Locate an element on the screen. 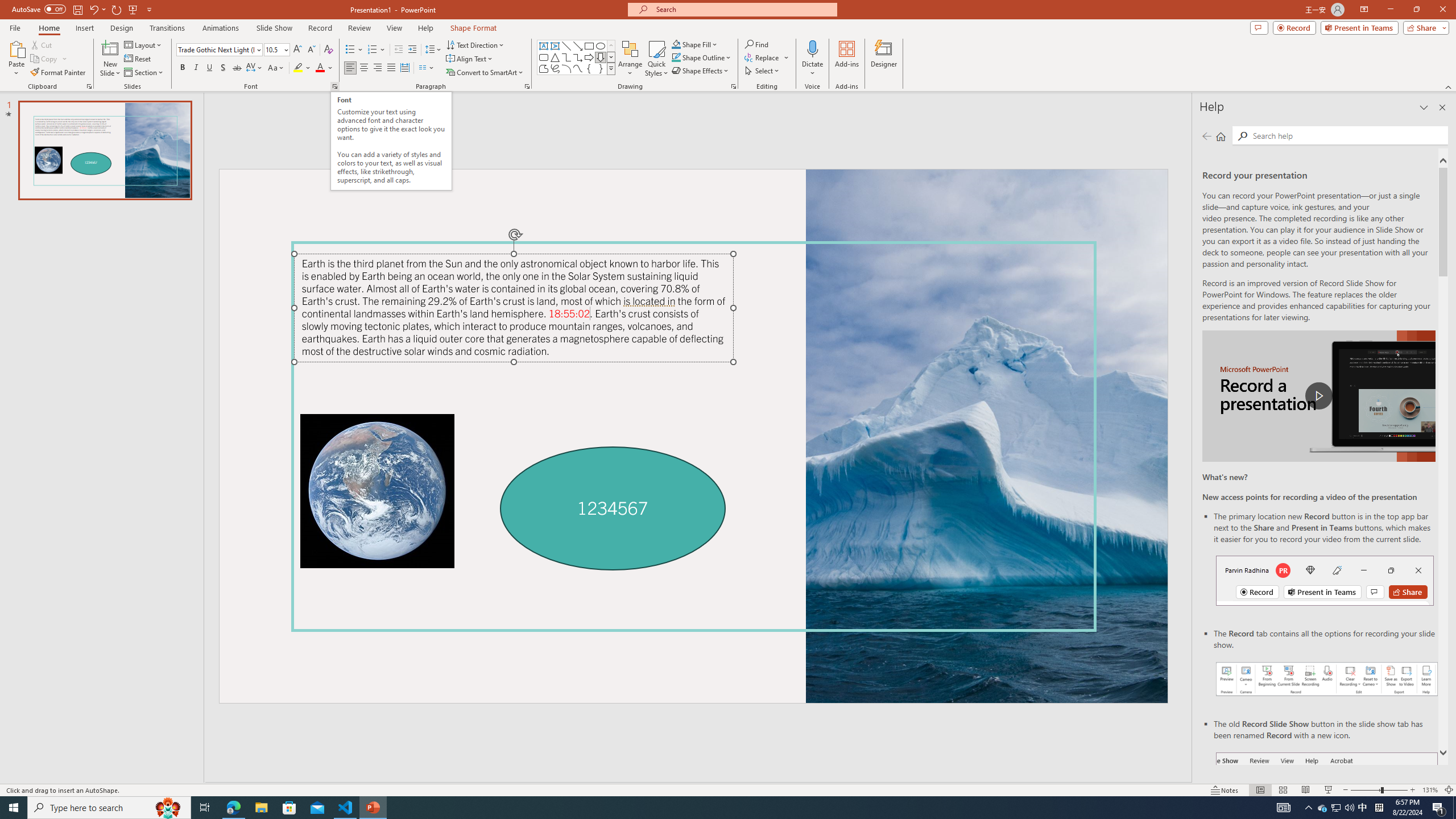 The height and width of the screenshot is (819, 1456). 'Section' is located at coordinates (144, 72).